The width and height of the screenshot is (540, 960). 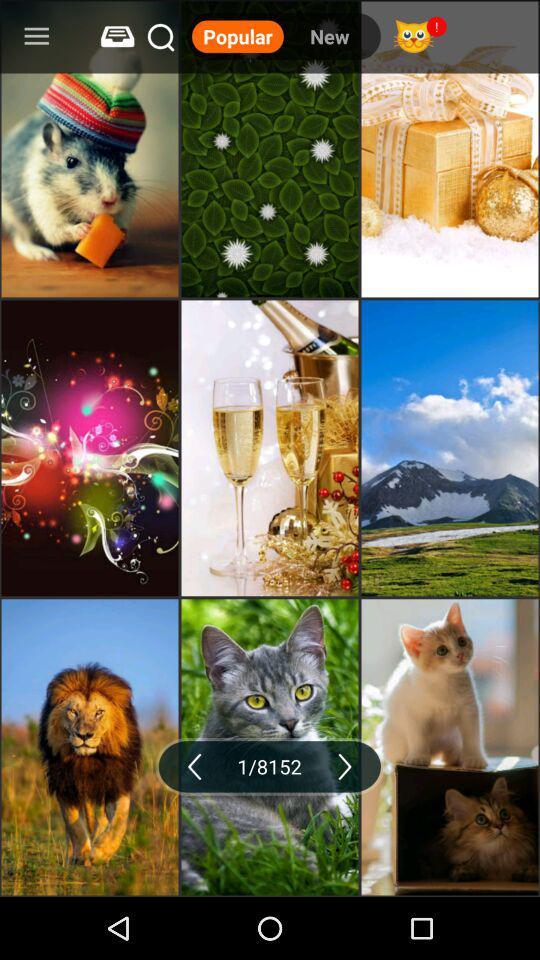 What do you see at coordinates (329, 35) in the screenshot?
I see `icon next to the popular icon` at bounding box center [329, 35].